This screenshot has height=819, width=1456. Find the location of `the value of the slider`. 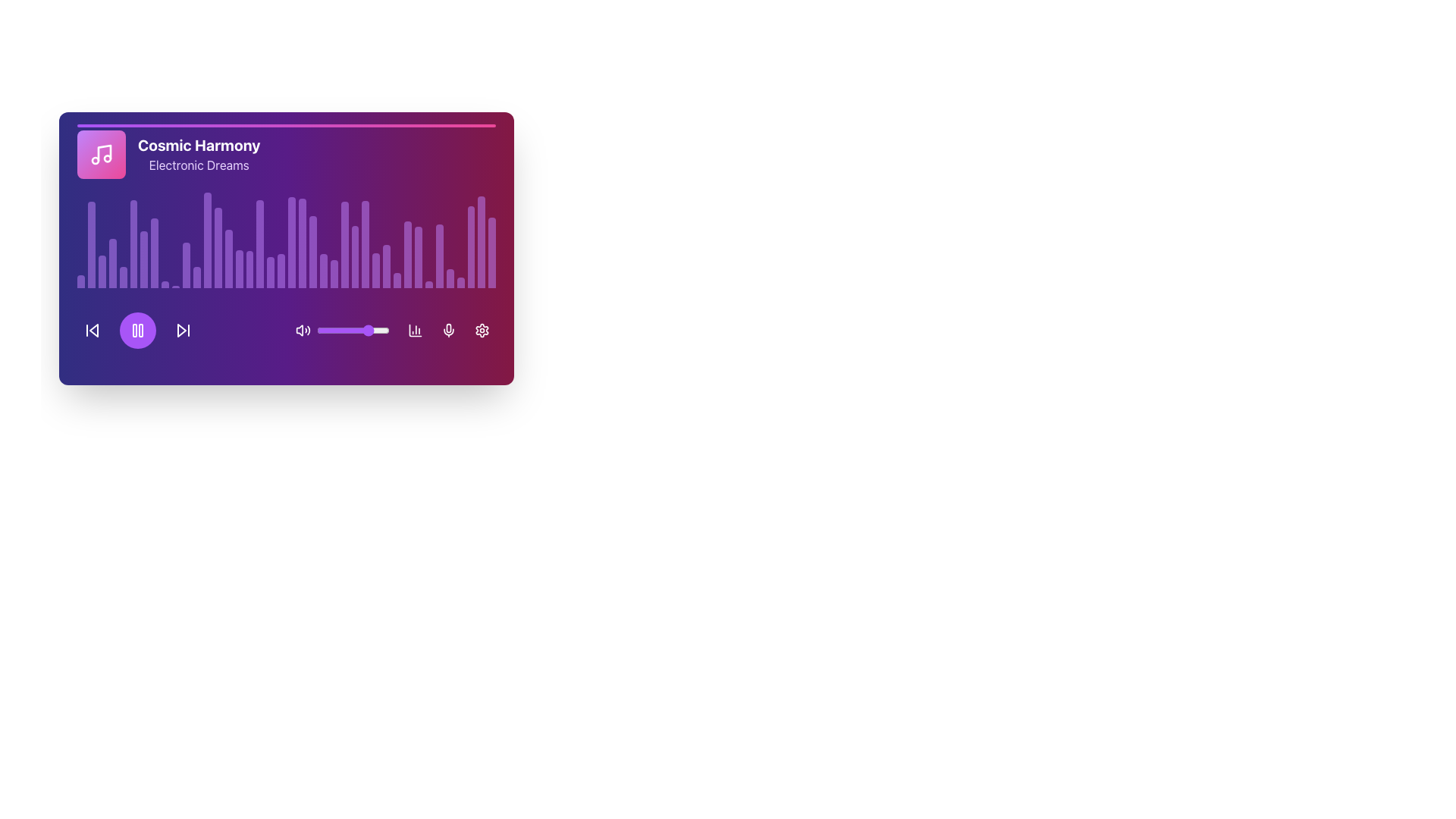

the value of the slider is located at coordinates (323, 329).